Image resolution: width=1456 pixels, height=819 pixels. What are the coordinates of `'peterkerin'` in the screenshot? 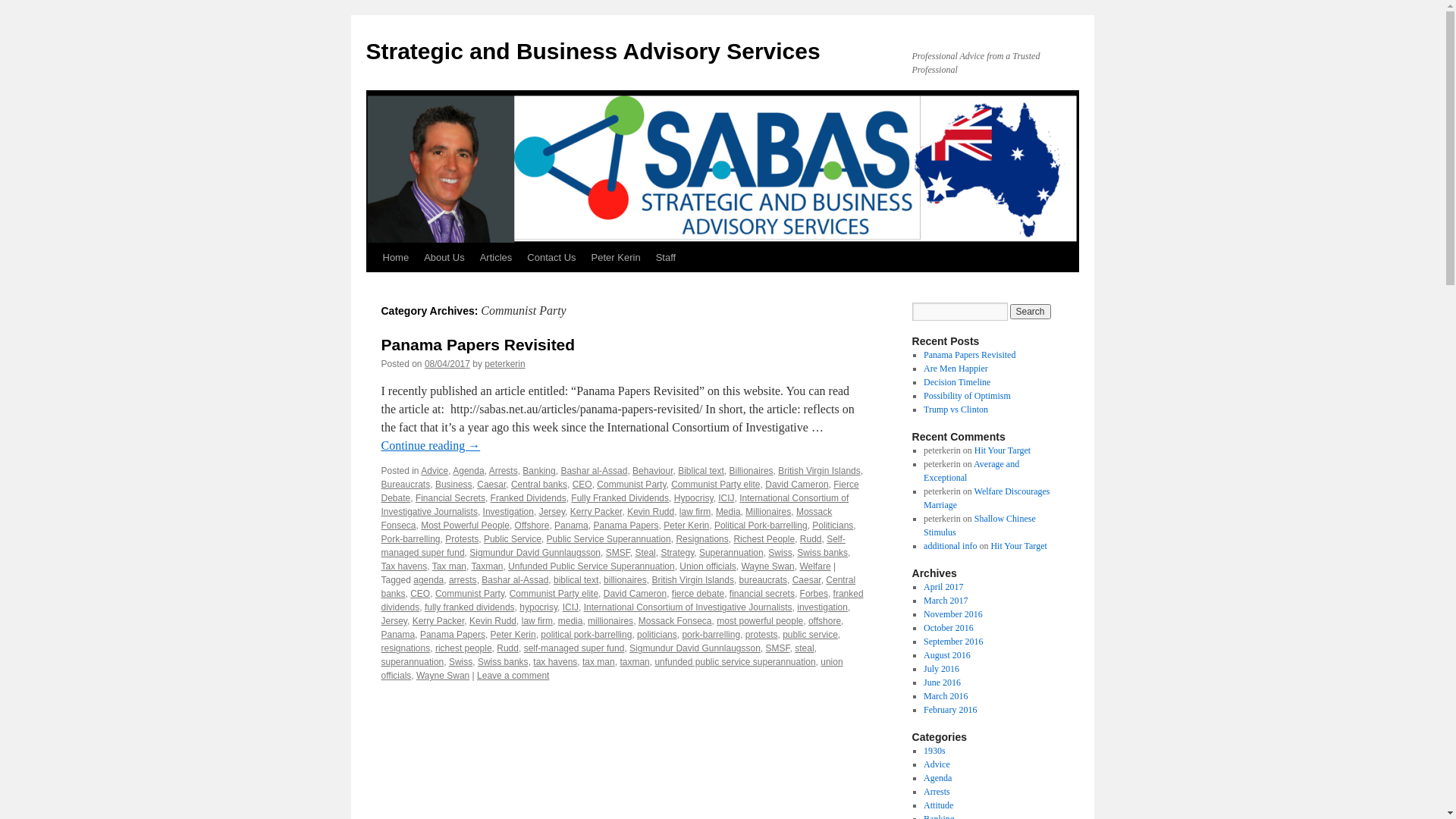 It's located at (504, 363).